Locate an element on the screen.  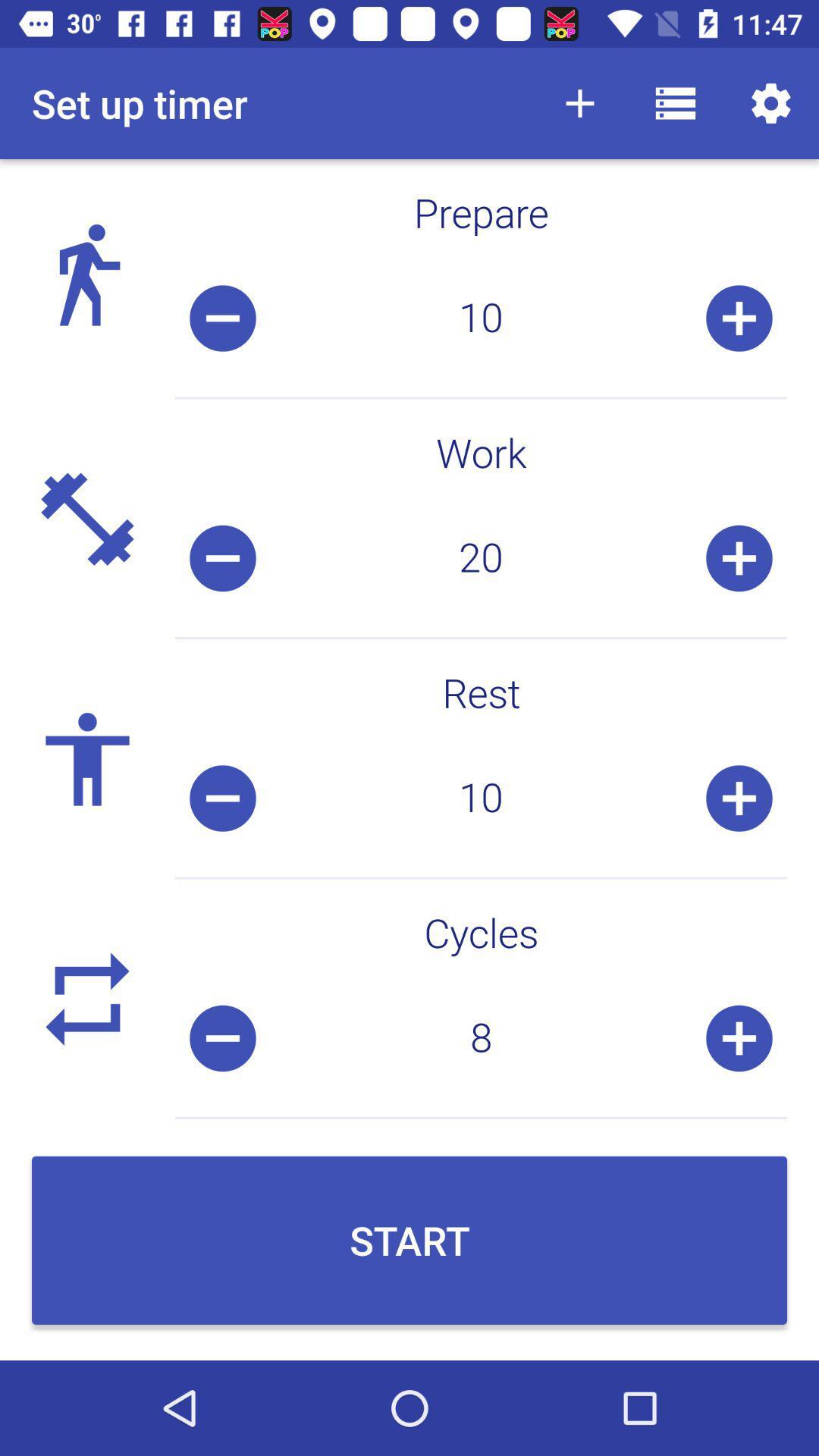
the minus icon is located at coordinates (222, 557).